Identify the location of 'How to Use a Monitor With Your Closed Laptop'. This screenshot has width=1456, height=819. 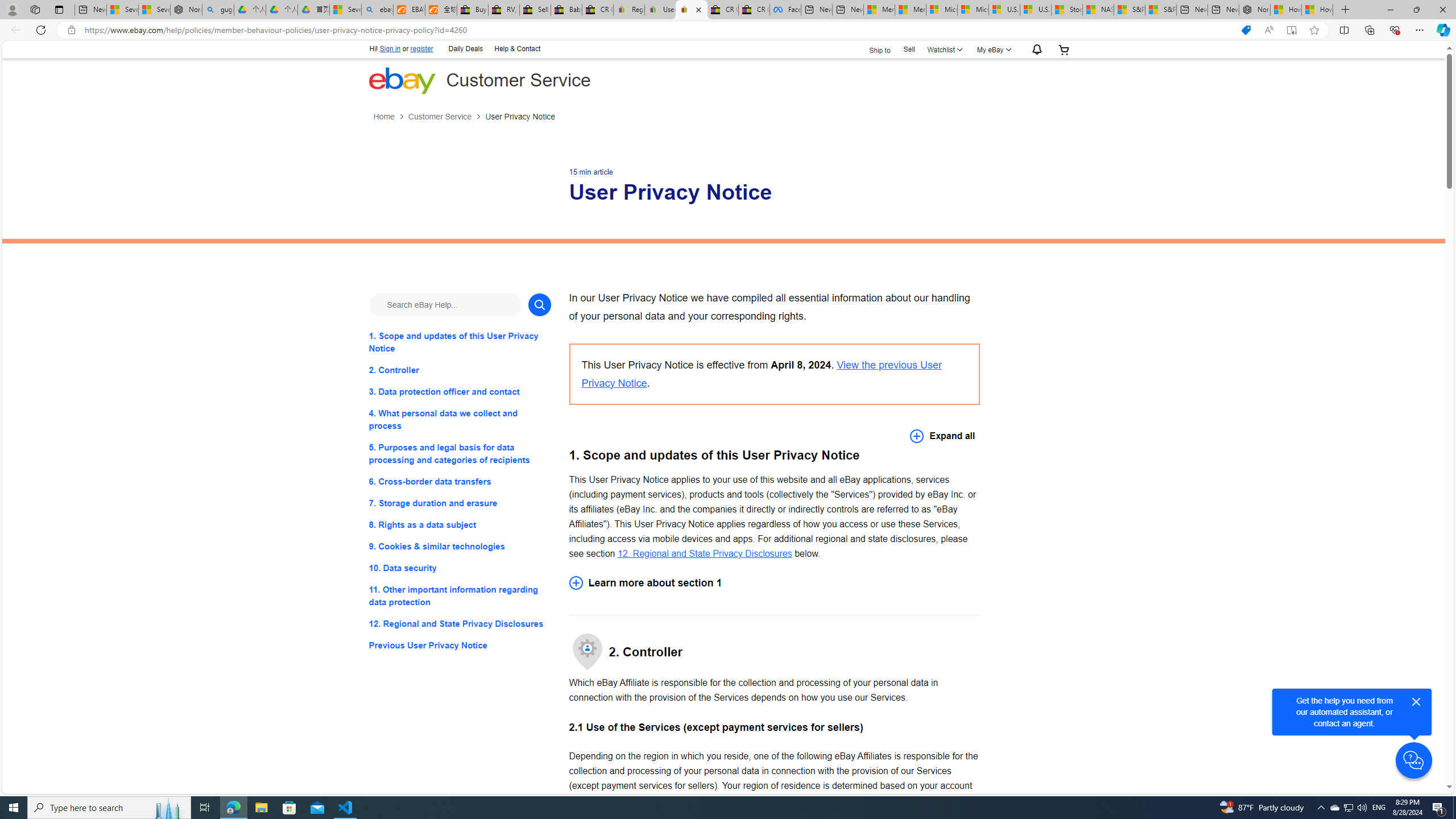
(1317, 9).